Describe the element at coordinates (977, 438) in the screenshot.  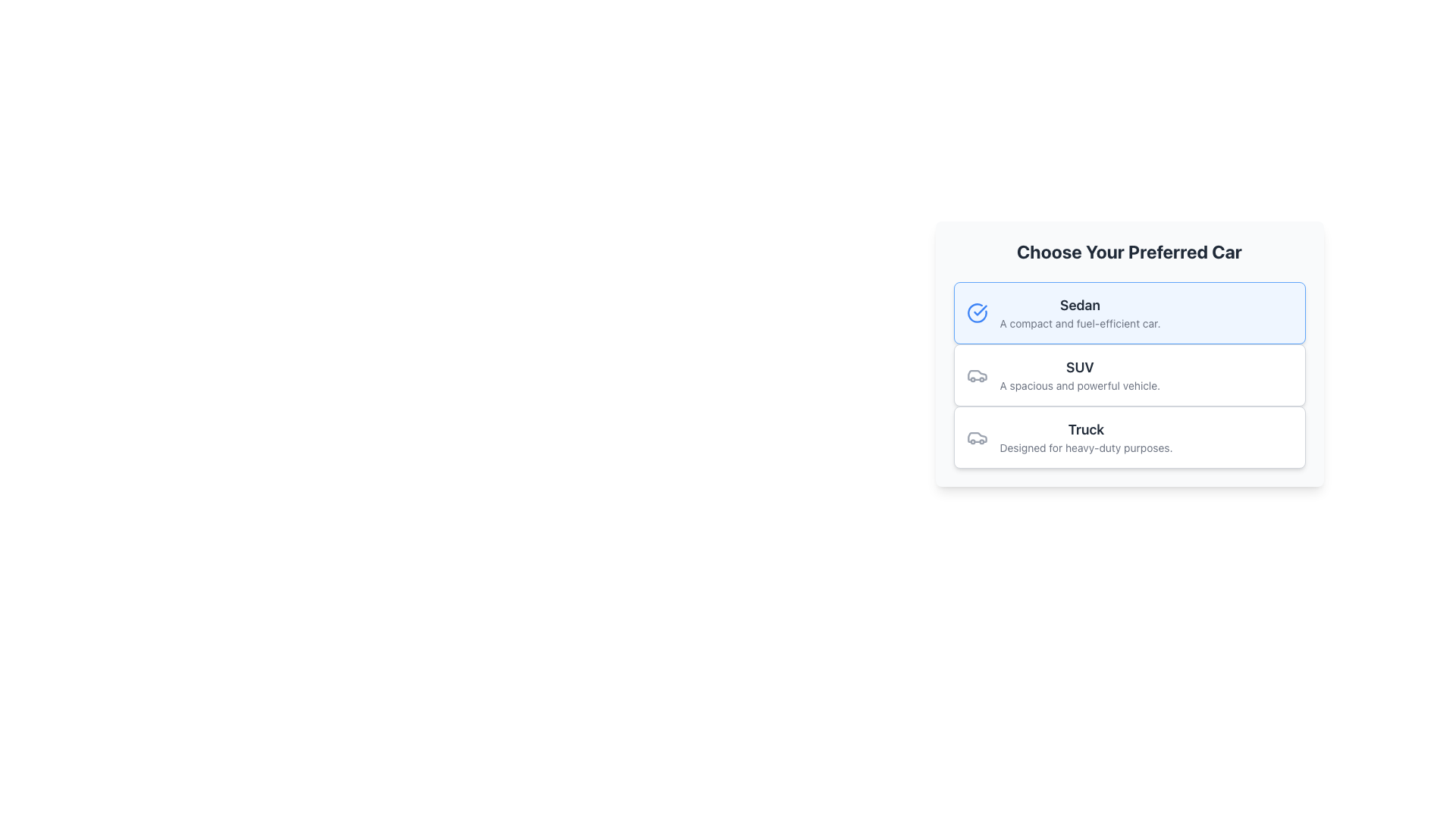
I see `the car icon located on the left side of the text content in the card labeled 'Truck Designed for heavy-duty purposes', aligning horizontally with the title 'Truck'` at that location.